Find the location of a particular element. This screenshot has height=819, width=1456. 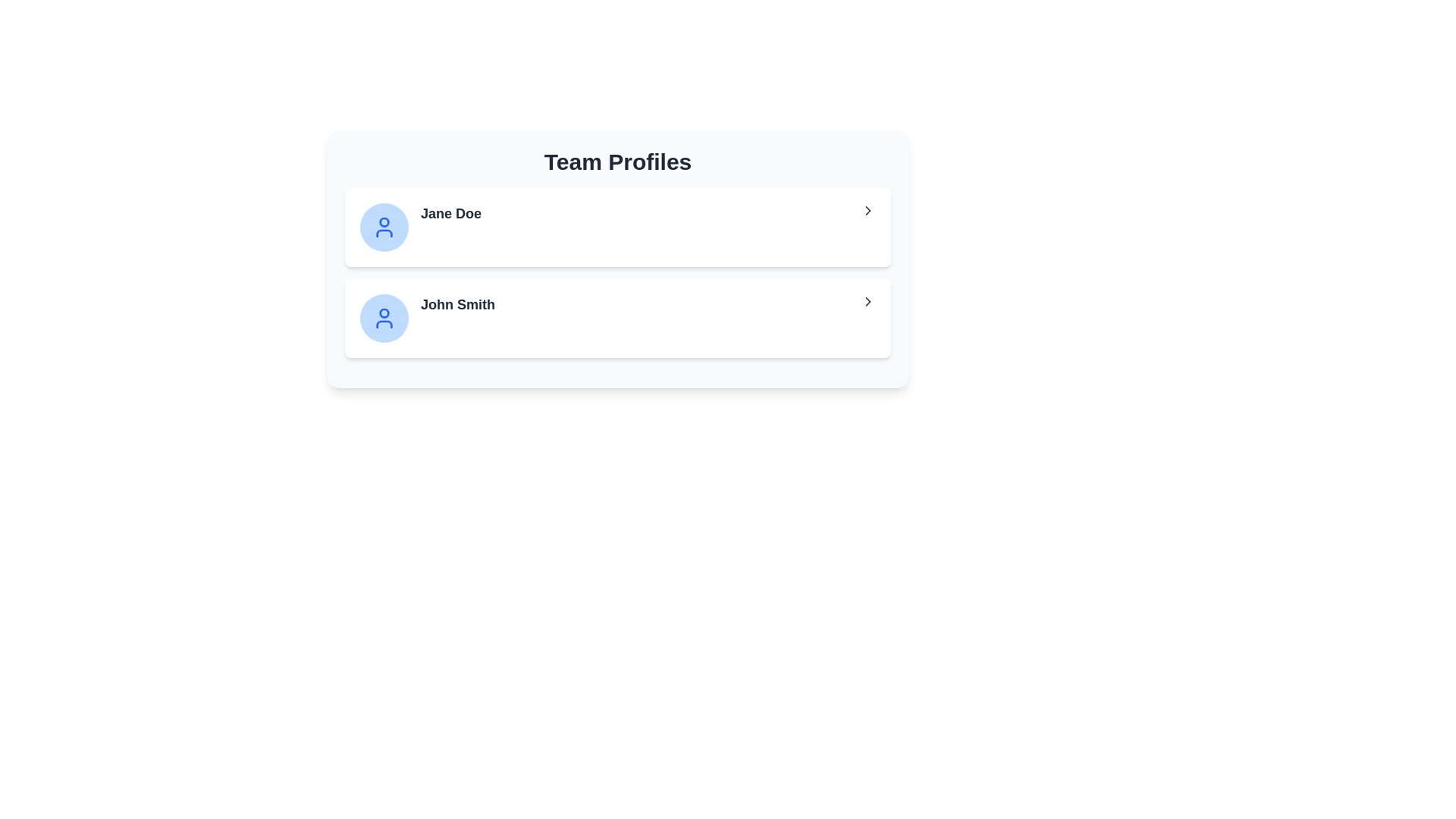

the right-pointing chevron icon in the first profile card of the 'Team Profiles' section, located adjacent to the name 'Jane Doe' is located at coordinates (868, 210).